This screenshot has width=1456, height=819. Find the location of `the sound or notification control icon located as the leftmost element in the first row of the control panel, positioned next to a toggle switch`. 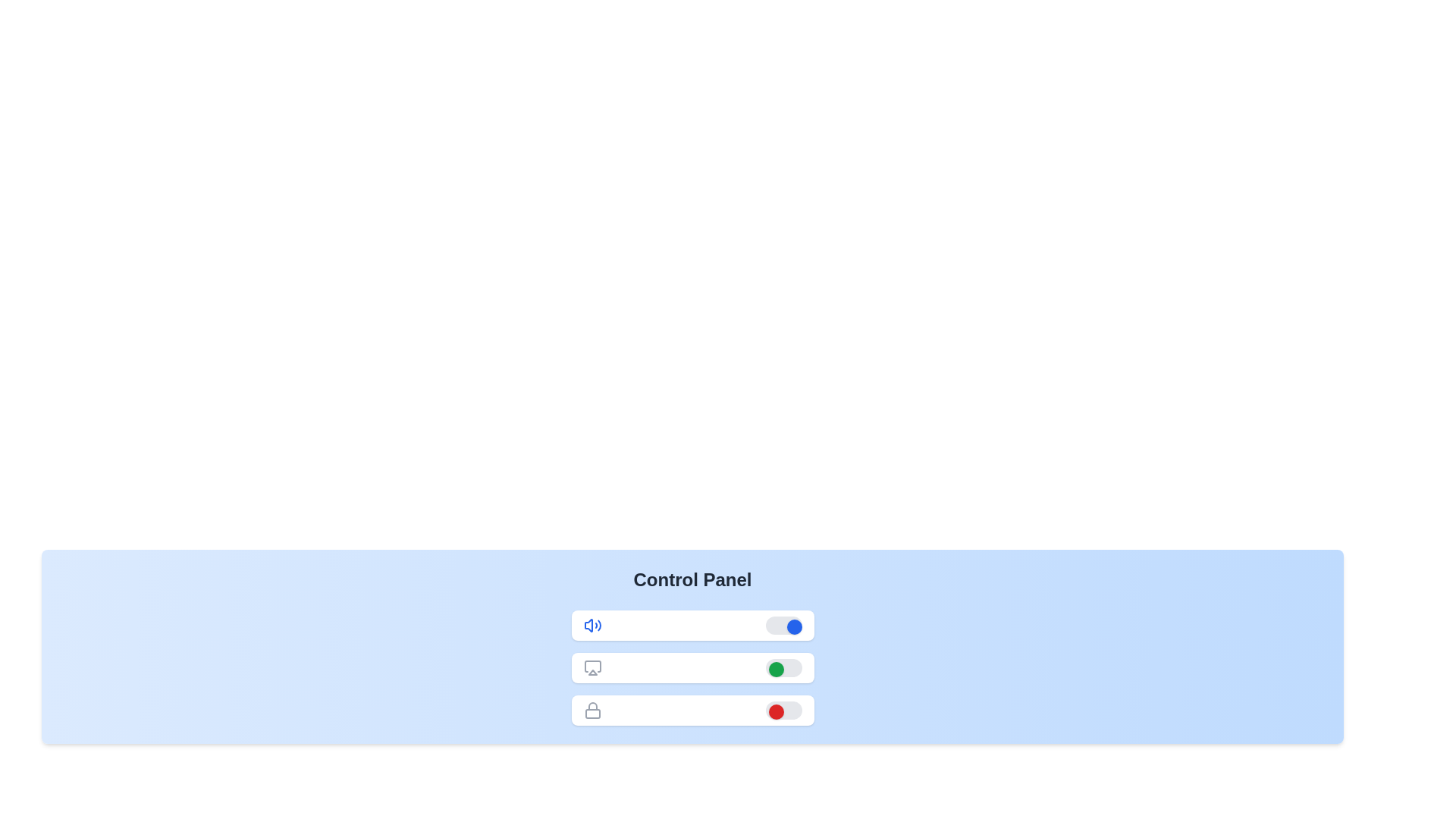

the sound or notification control icon located as the leftmost element in the first row of the control panel, positioned next to a toggle switch is located at coordinates (591, 626).